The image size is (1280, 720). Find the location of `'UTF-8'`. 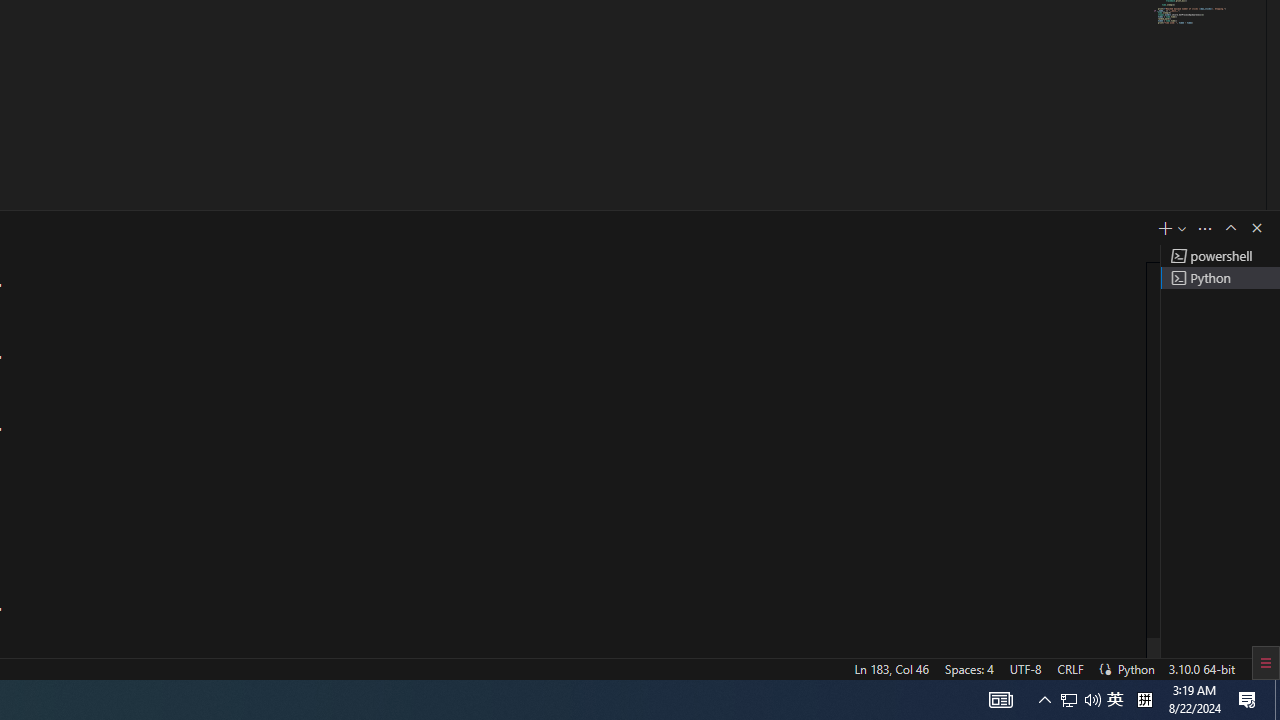

'UTF-8' is located at coordinates (1025, 668).